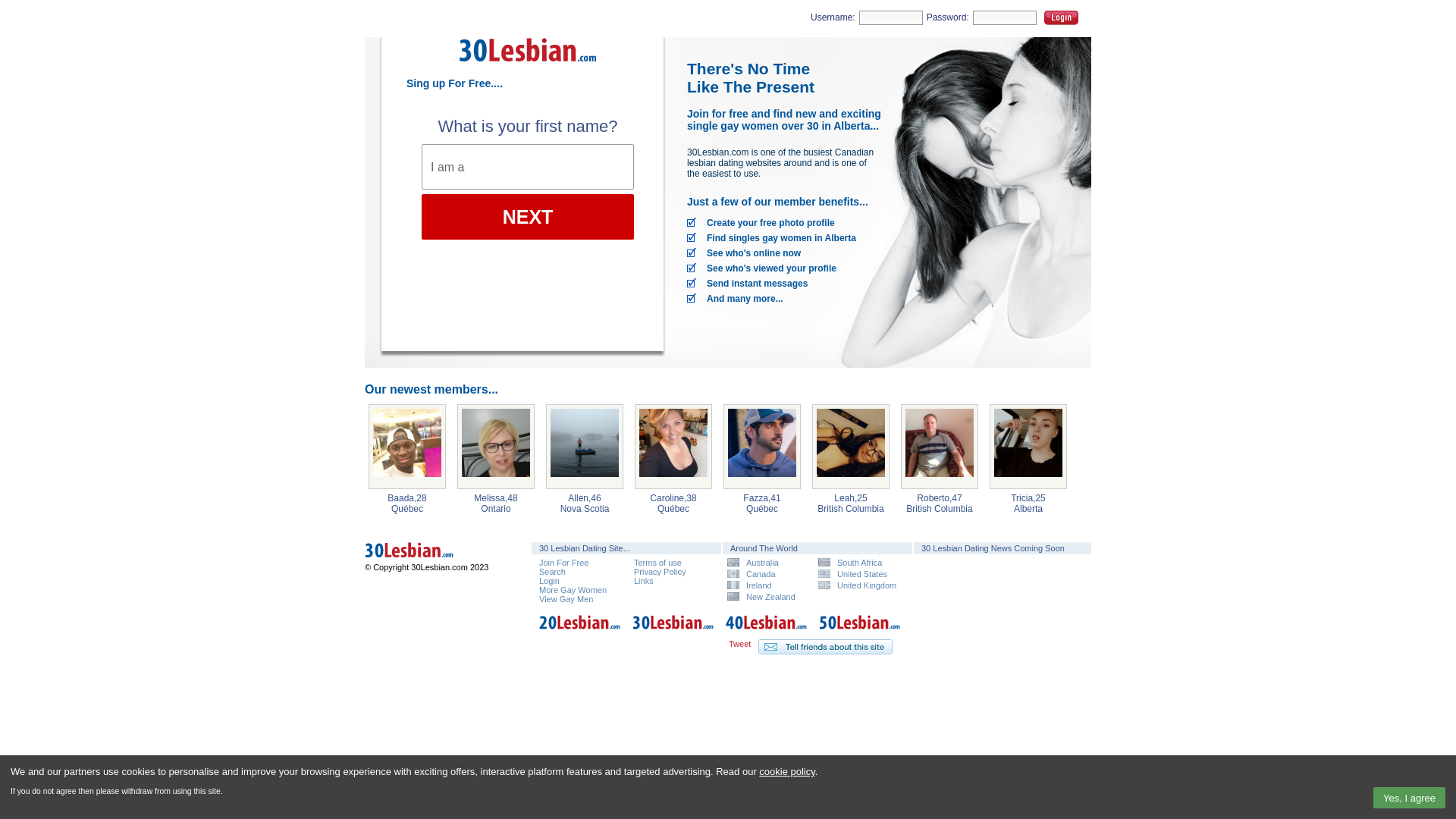  What do you see at coordinates (563, 562) in the screenshot?
I see `'Join For Free'` at bounding box center [563, 562].